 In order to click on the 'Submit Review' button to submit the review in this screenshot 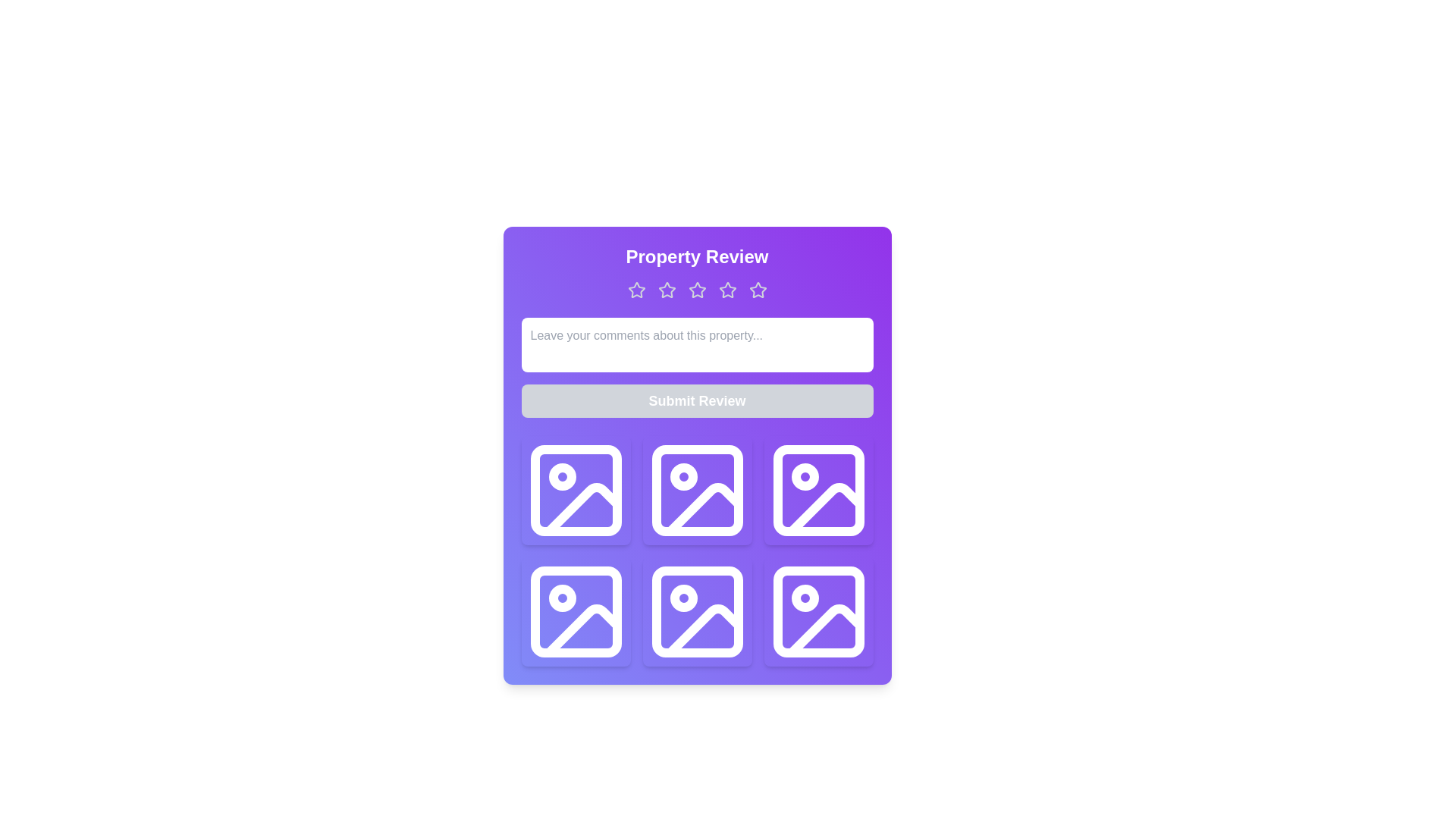, I will do `click(696, 400)`.